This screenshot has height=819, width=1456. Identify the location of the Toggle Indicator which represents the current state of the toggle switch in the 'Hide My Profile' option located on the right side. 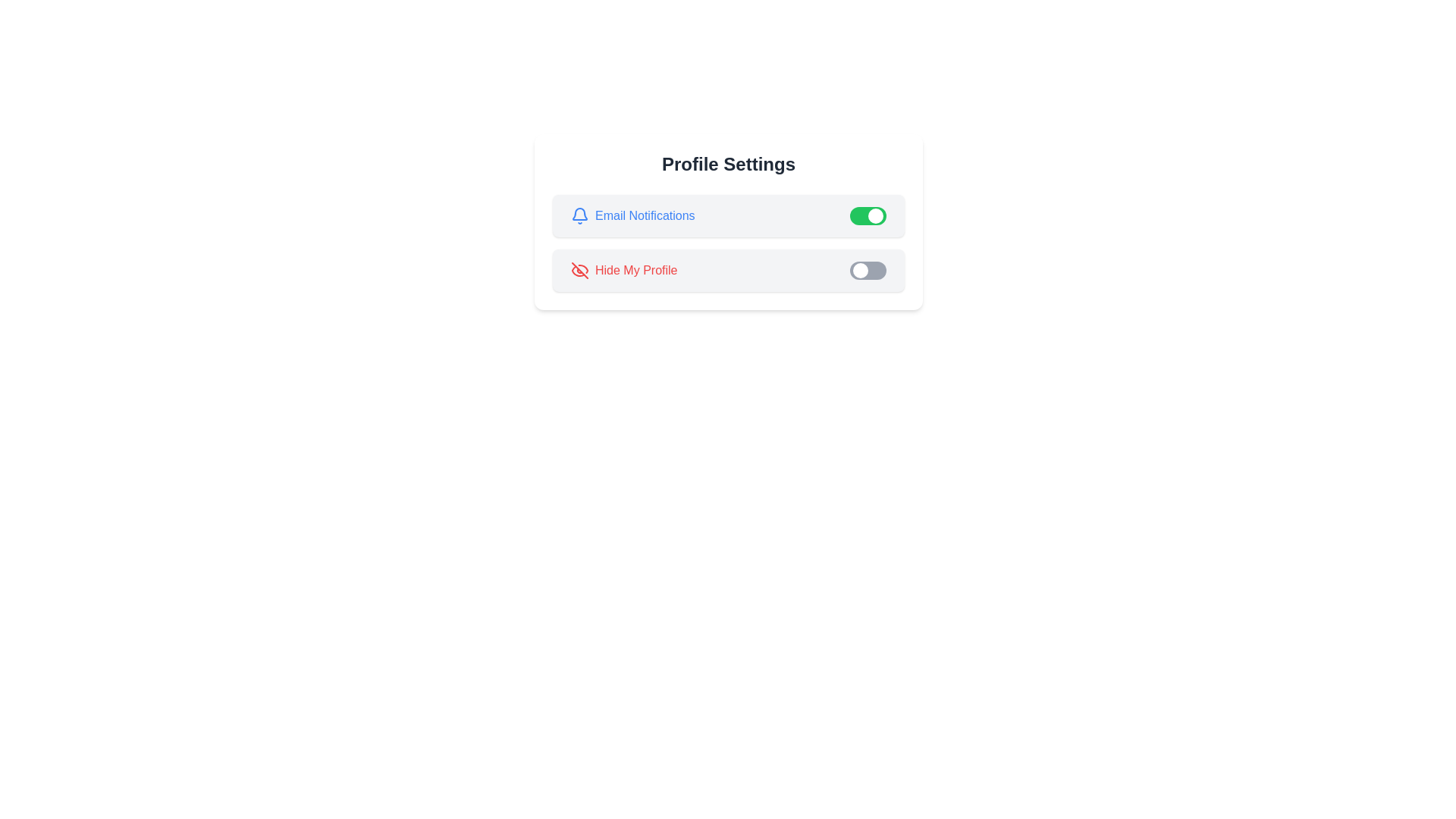
(860, 270).